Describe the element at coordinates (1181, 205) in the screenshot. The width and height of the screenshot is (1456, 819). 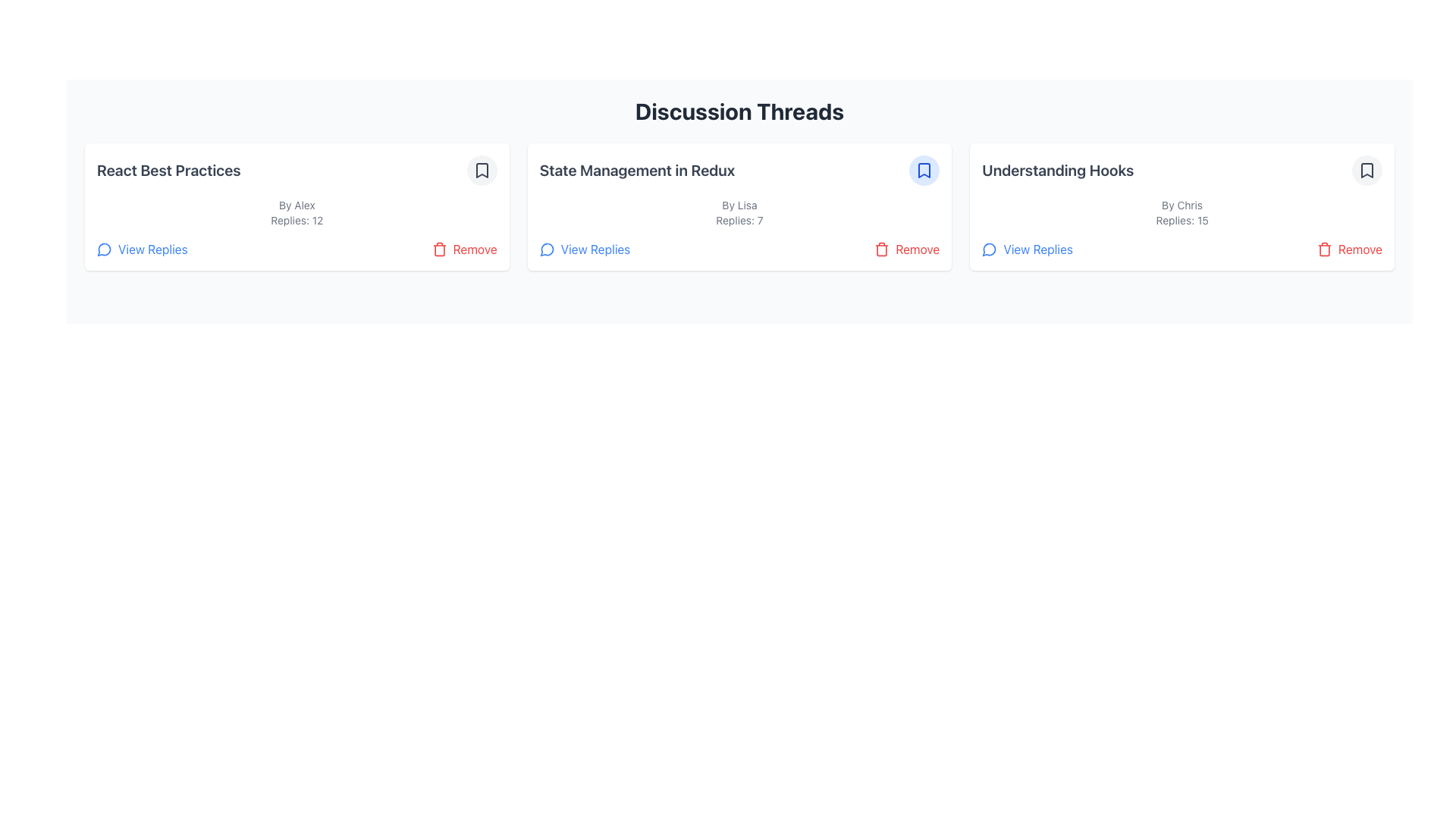
I see `the plain text label displaying 'By Chris' located beneath the title 'Understanding Hooks' in the middle content card of the right-most column` at that location.